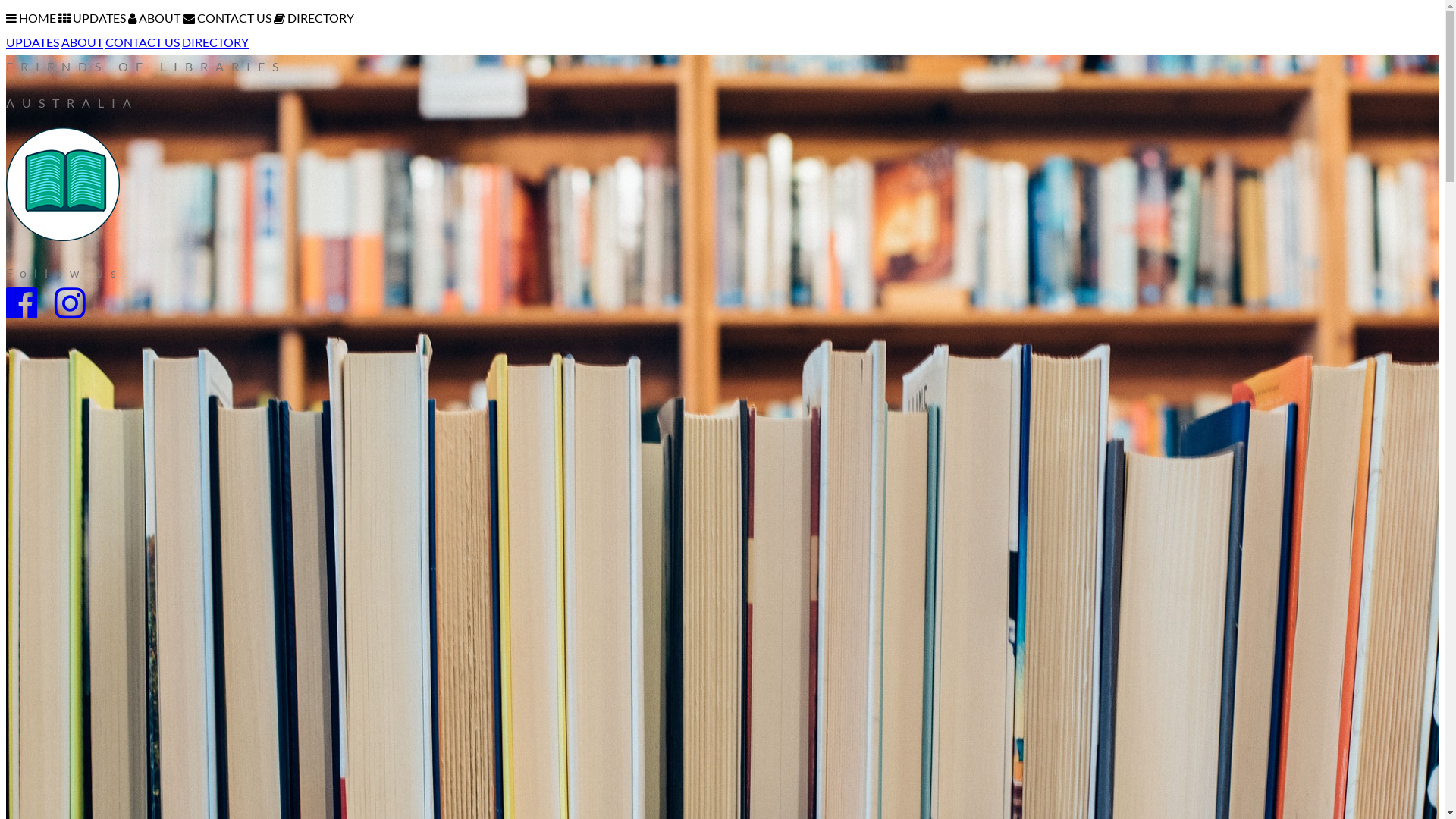 The height and width of the screenshot is (819, 1456). I want to click on 'ABOUT', so click(127, 17).